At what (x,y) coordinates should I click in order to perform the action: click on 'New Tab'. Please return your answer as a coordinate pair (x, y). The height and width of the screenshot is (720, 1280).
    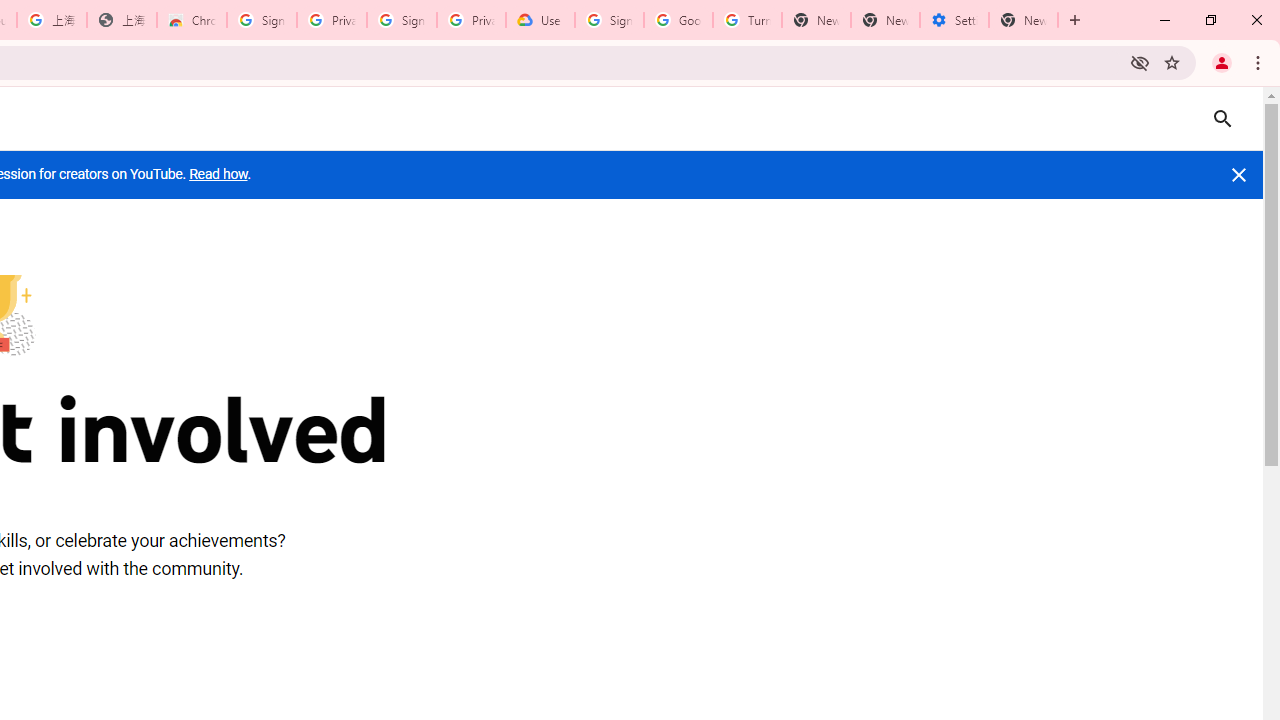
    Looking at the image, I should click on (1024, 20).